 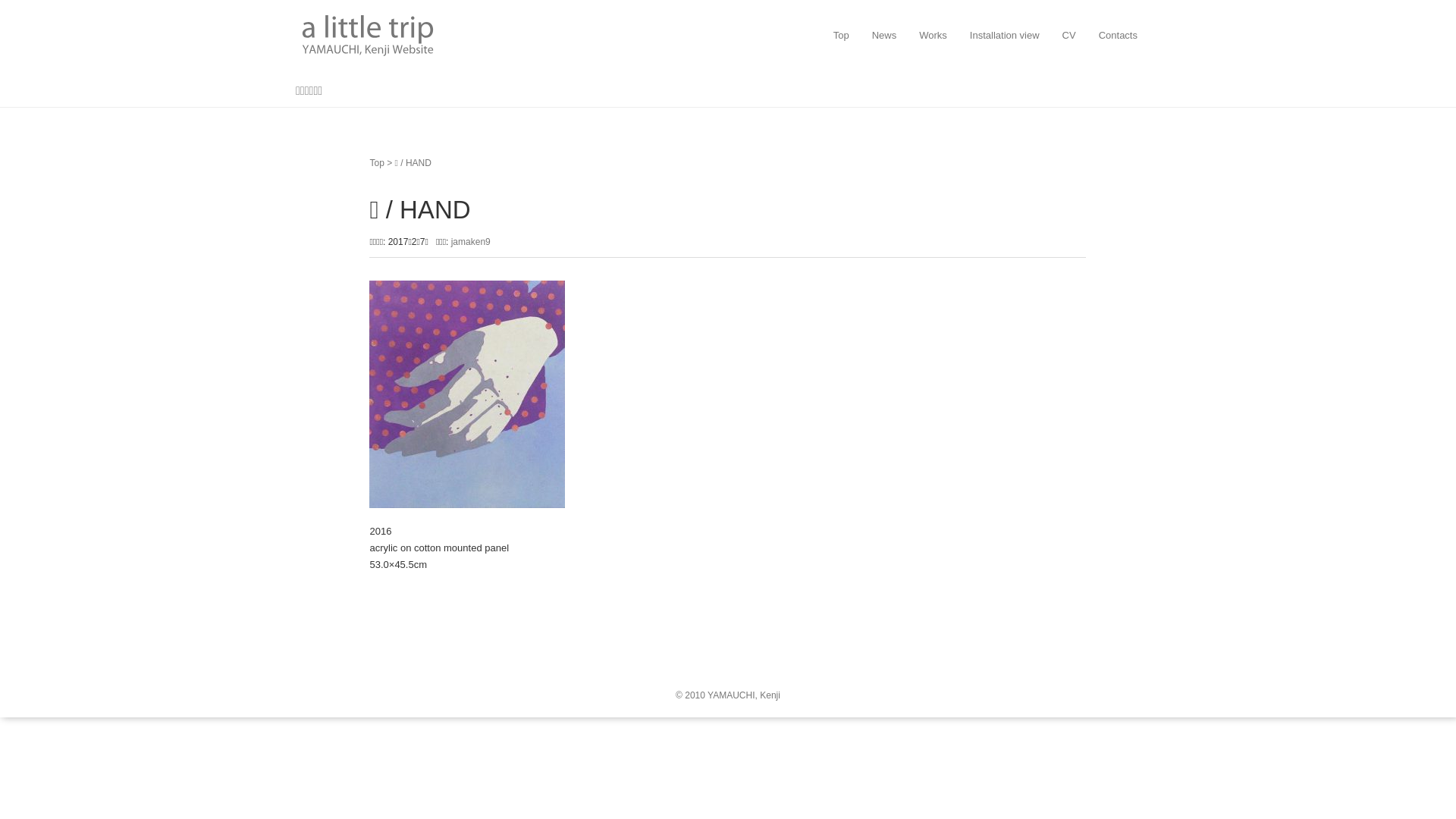 What do you see at coordinates (1068, 34) in the screenshot?
I see `'CV'` at bounding box center [1068, 34].